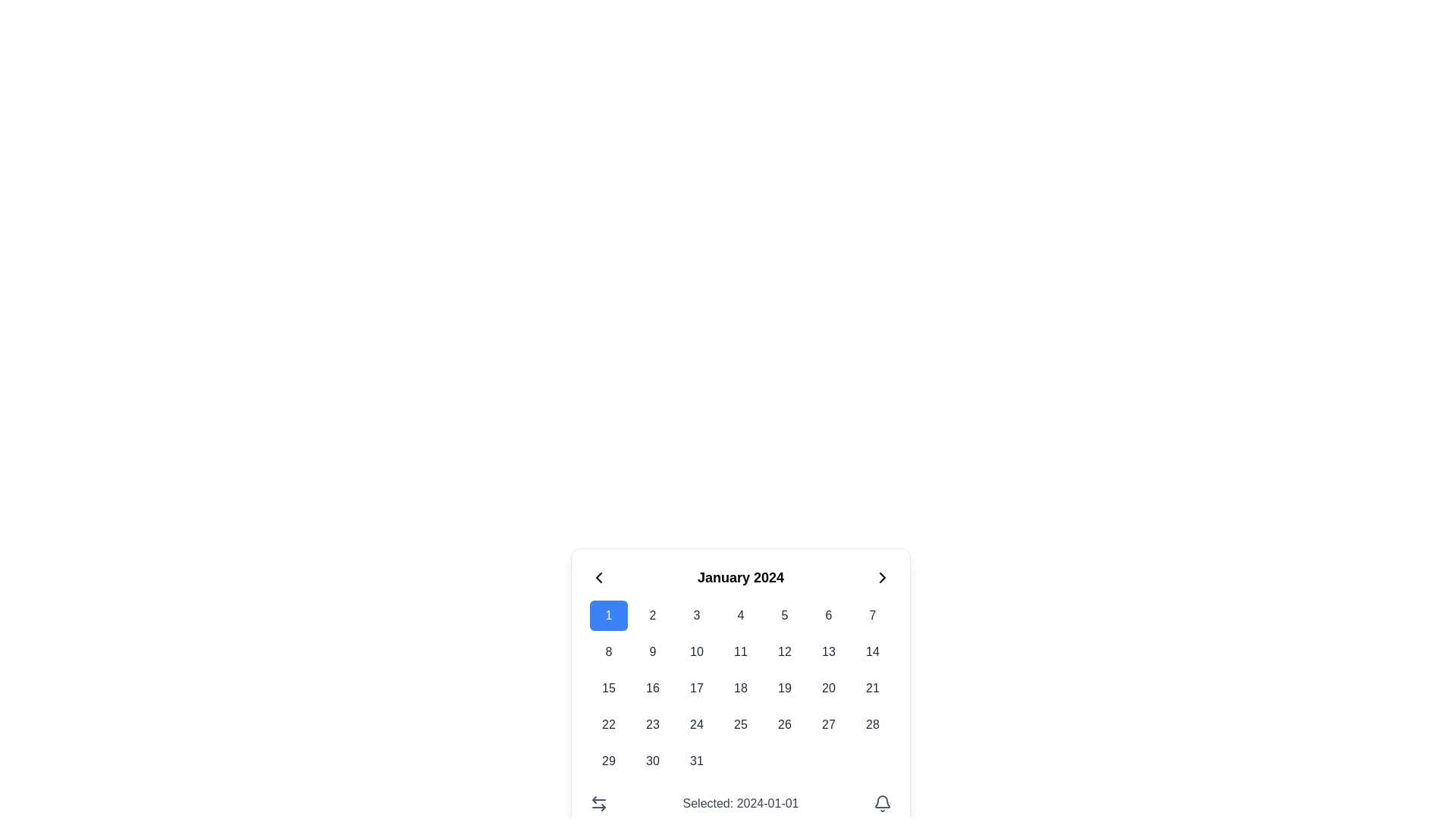 The width and height of the screenshot is (1456, 819). What do you see at coordinates (608, 724) in the screenshot?
I see `the calendar date cell representing the 22nd day of the month` at bounding box center [608, 724].